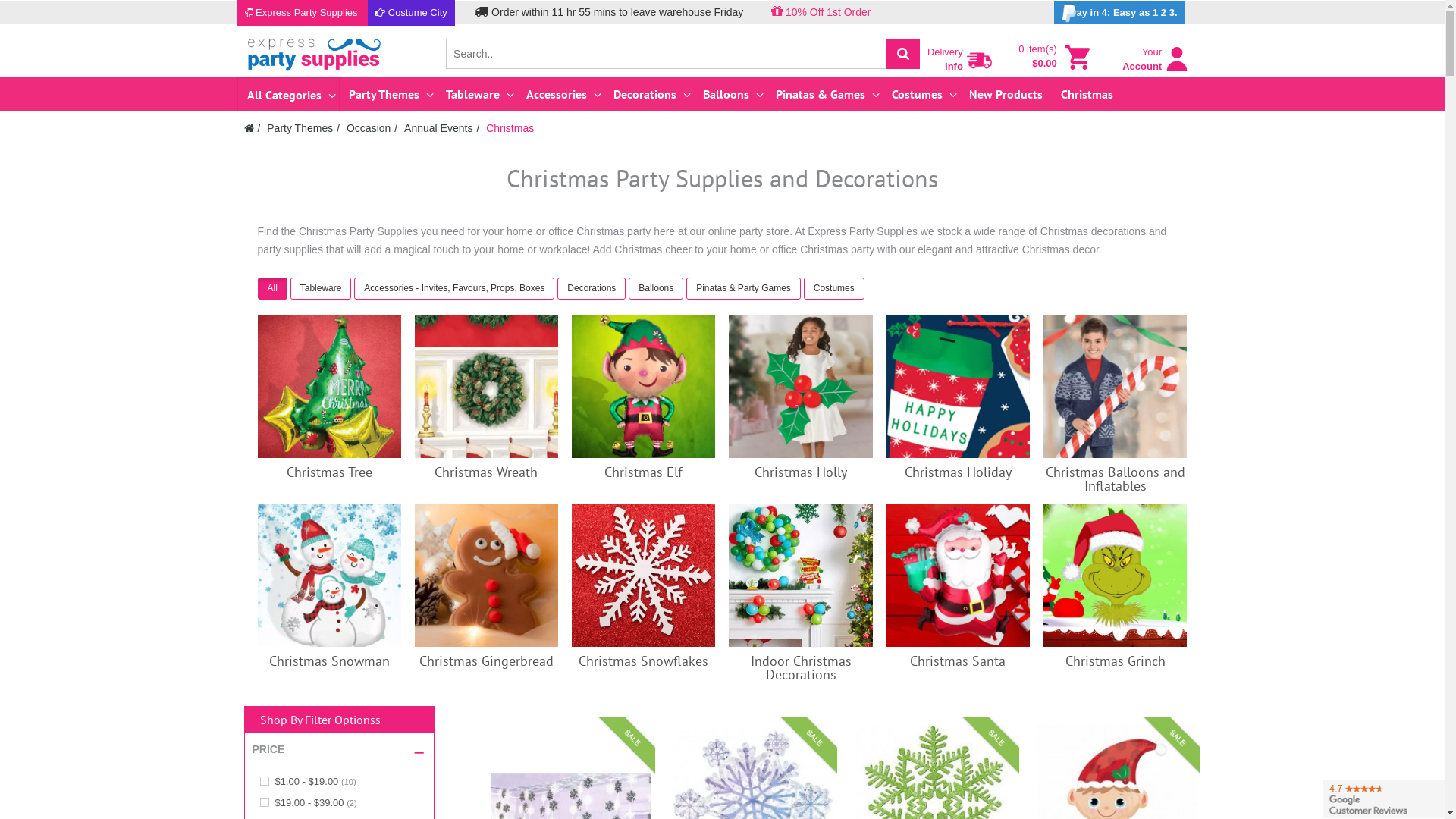 This screenshot has height=819, width=1456. What do you see at coordinates (290, 289) in the screenshot?
I see `'Tableware'` at bounding box center [290, 289].